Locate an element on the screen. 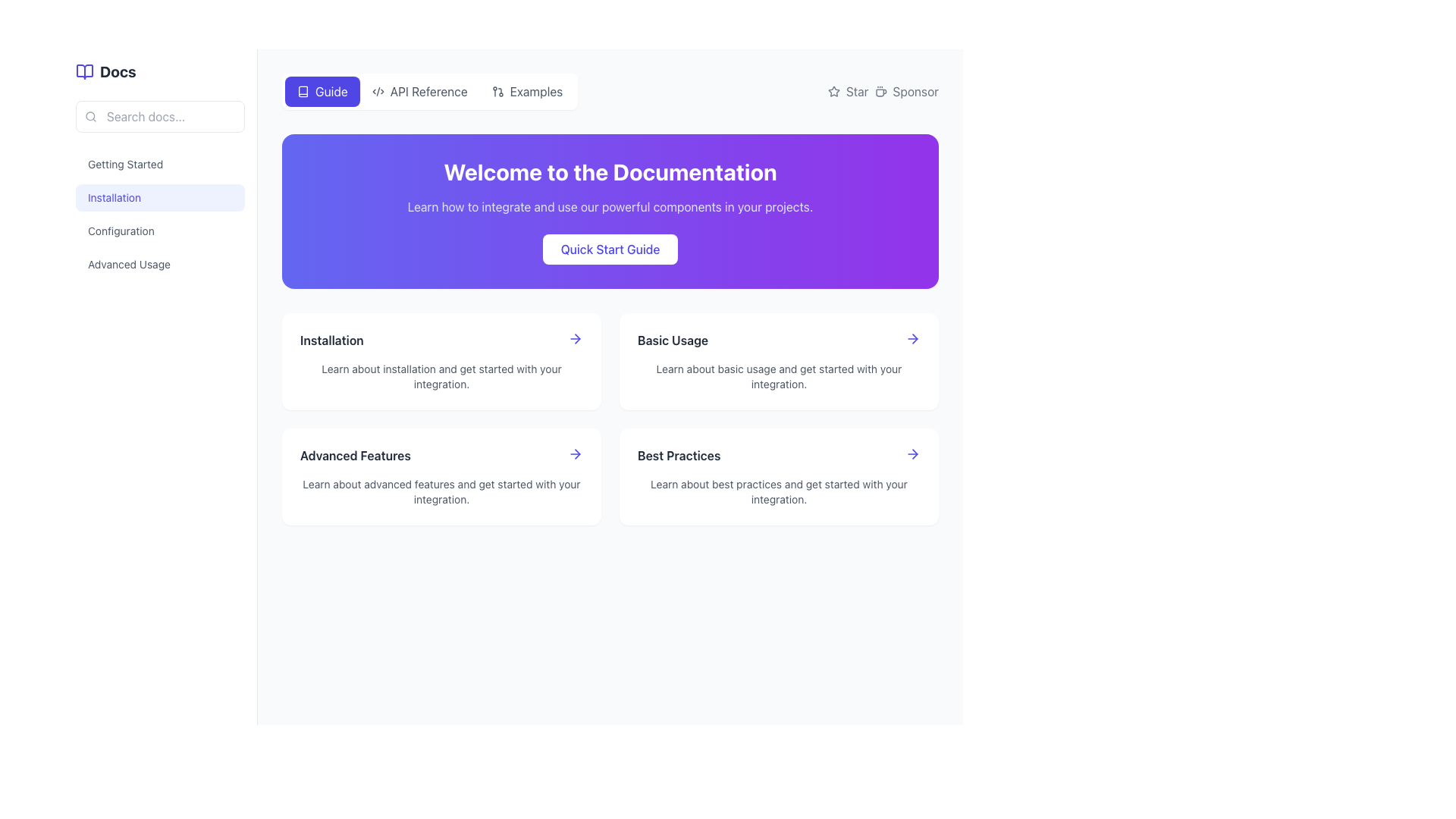  the 'Advanced Usage' button in the left sidebar is located at coordinates (160, 263).